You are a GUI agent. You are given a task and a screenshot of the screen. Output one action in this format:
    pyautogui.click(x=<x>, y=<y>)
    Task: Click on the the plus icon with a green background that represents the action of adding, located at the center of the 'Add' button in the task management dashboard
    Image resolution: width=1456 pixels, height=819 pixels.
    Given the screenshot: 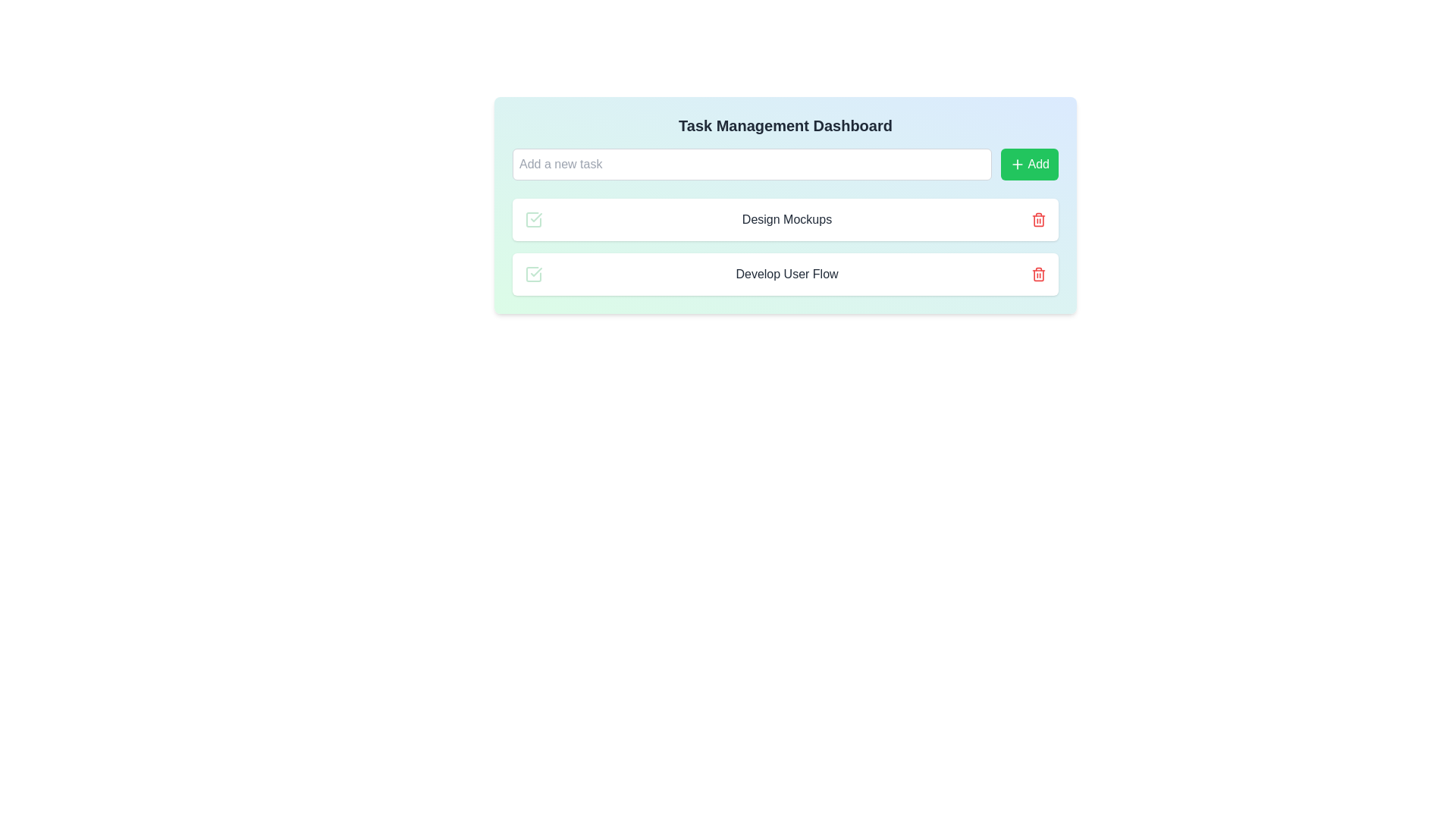 What is the action you would take?
    pyautogui.click(x=1017, y=164)
    